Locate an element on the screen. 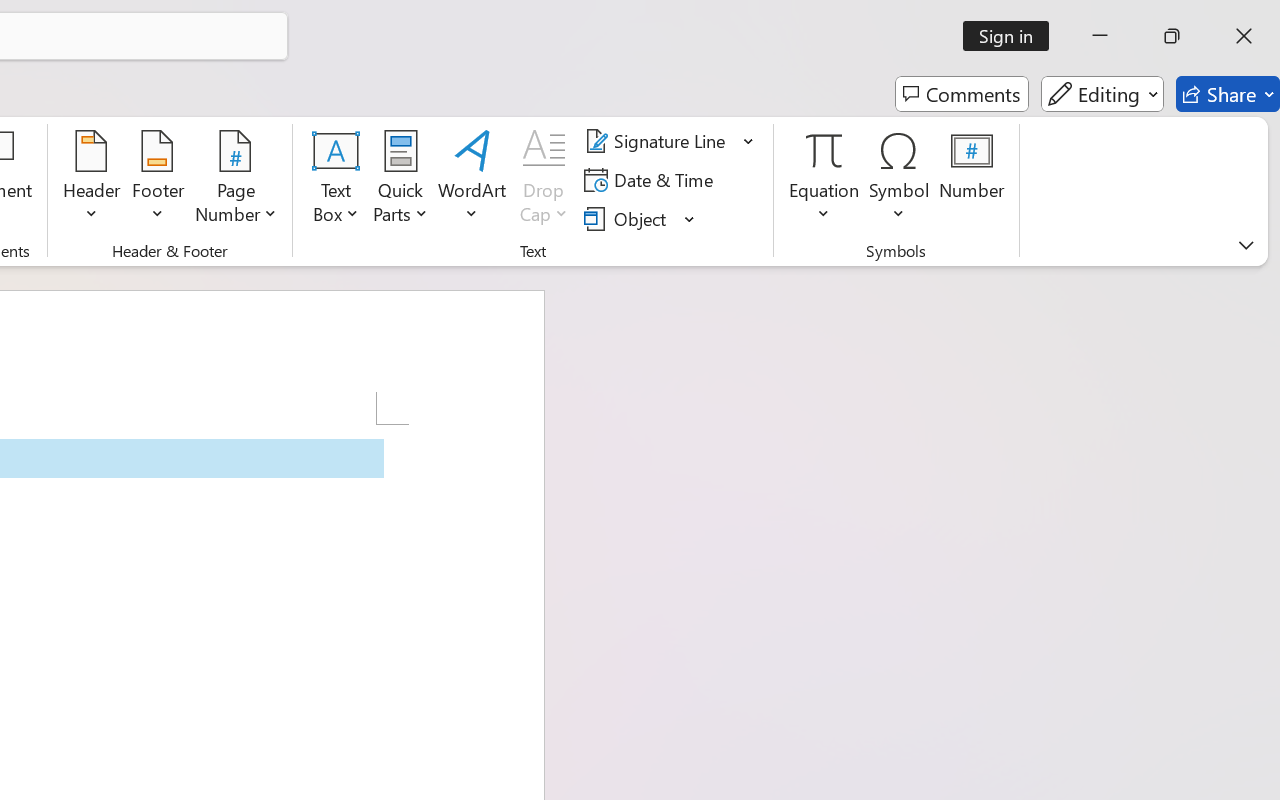 This screenshot has height=800, width=1280. 'Drop Cap' is located at coordinates (544, 179).